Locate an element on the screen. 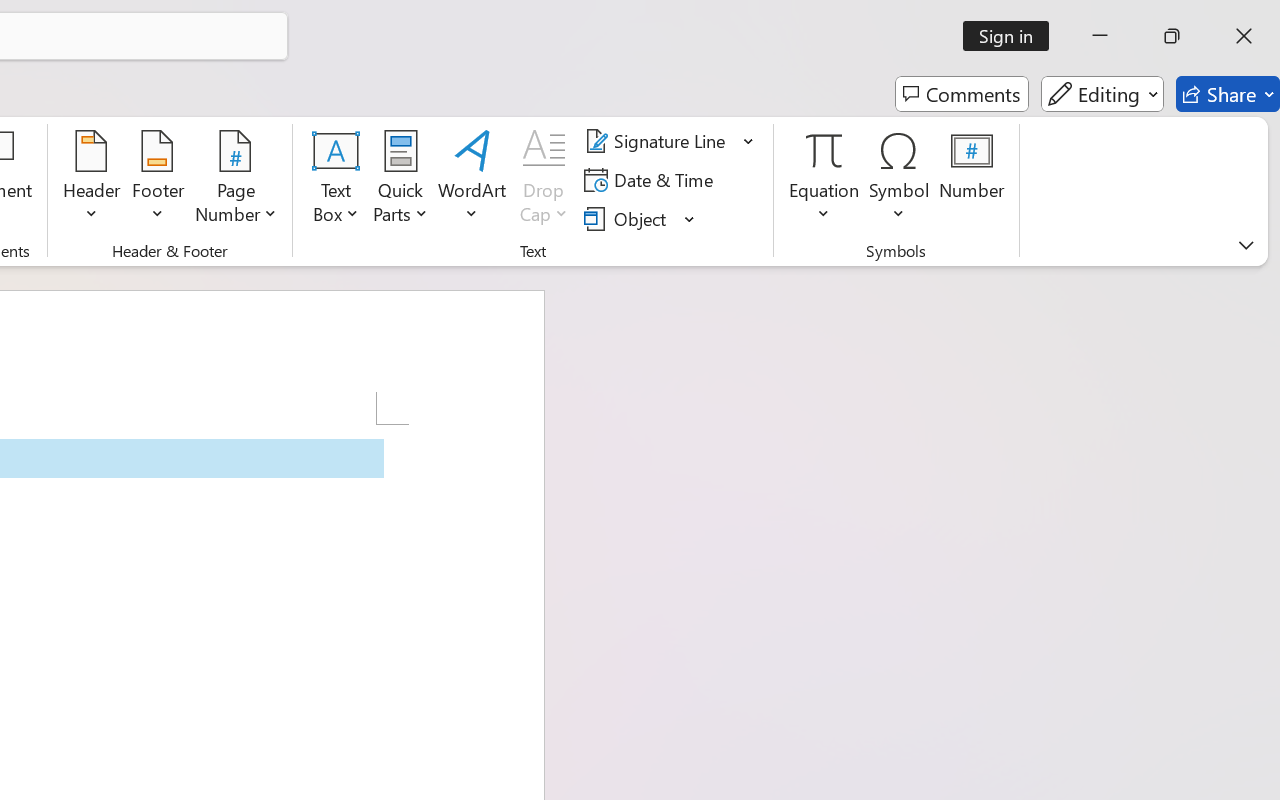 This screenshot has height=800, width=1280. 'Drop Cap' is located at coordinates (544, 179).